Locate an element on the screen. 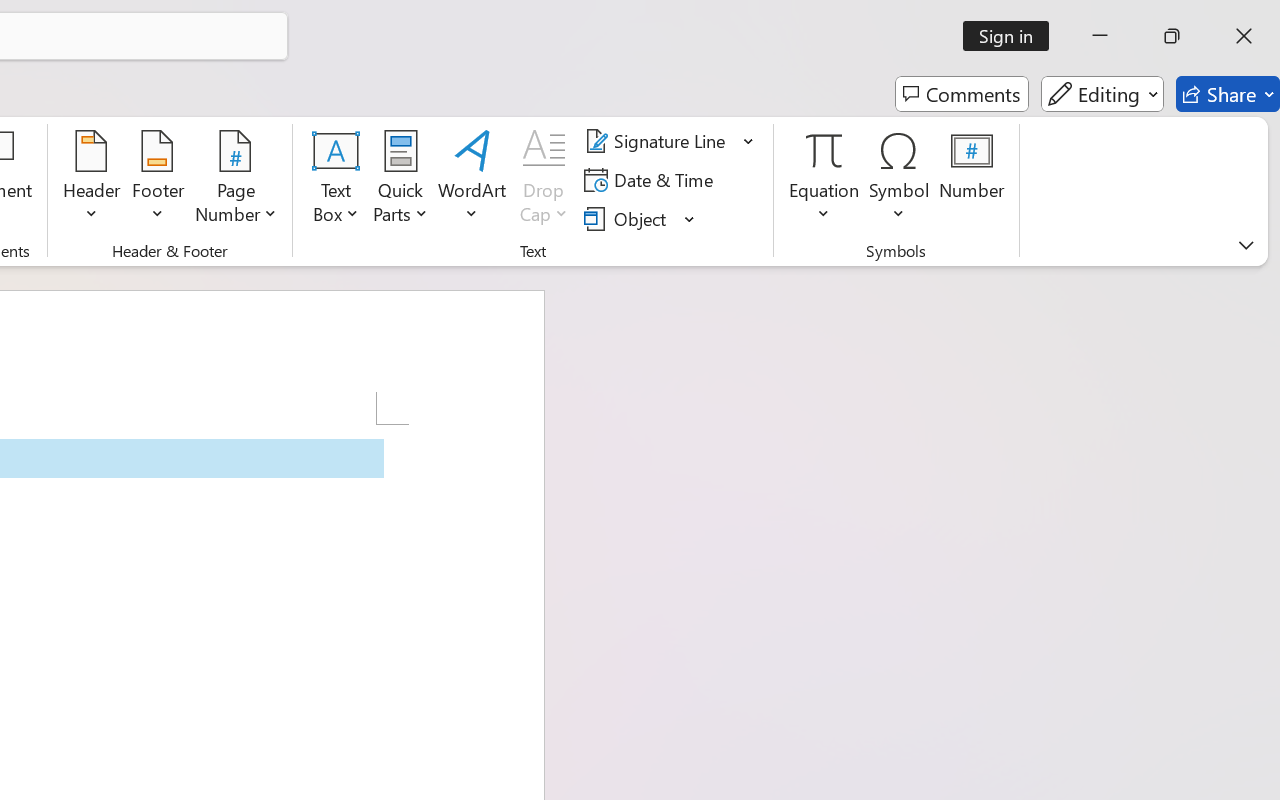 This screenshot has height=800, width=1280. 'Drop Cap' is located at coordinates (544, 179).